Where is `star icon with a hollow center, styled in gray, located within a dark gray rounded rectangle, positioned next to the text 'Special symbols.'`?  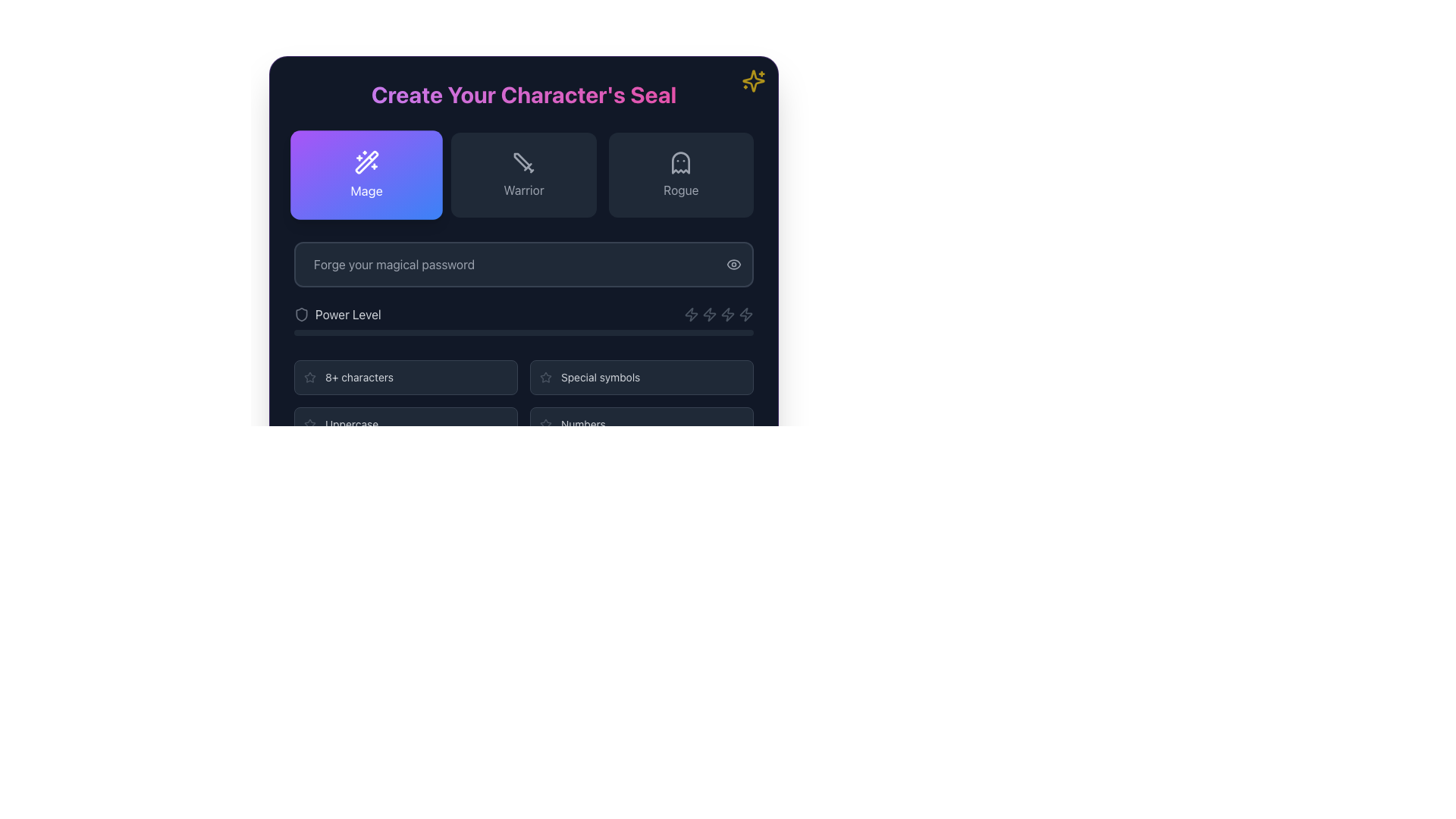
star icon with a hollow center, styled in gray, located within a dark gray rounded rectangle, positioned next to the text 'Special symbols.' is located at coordinates (546, 376).